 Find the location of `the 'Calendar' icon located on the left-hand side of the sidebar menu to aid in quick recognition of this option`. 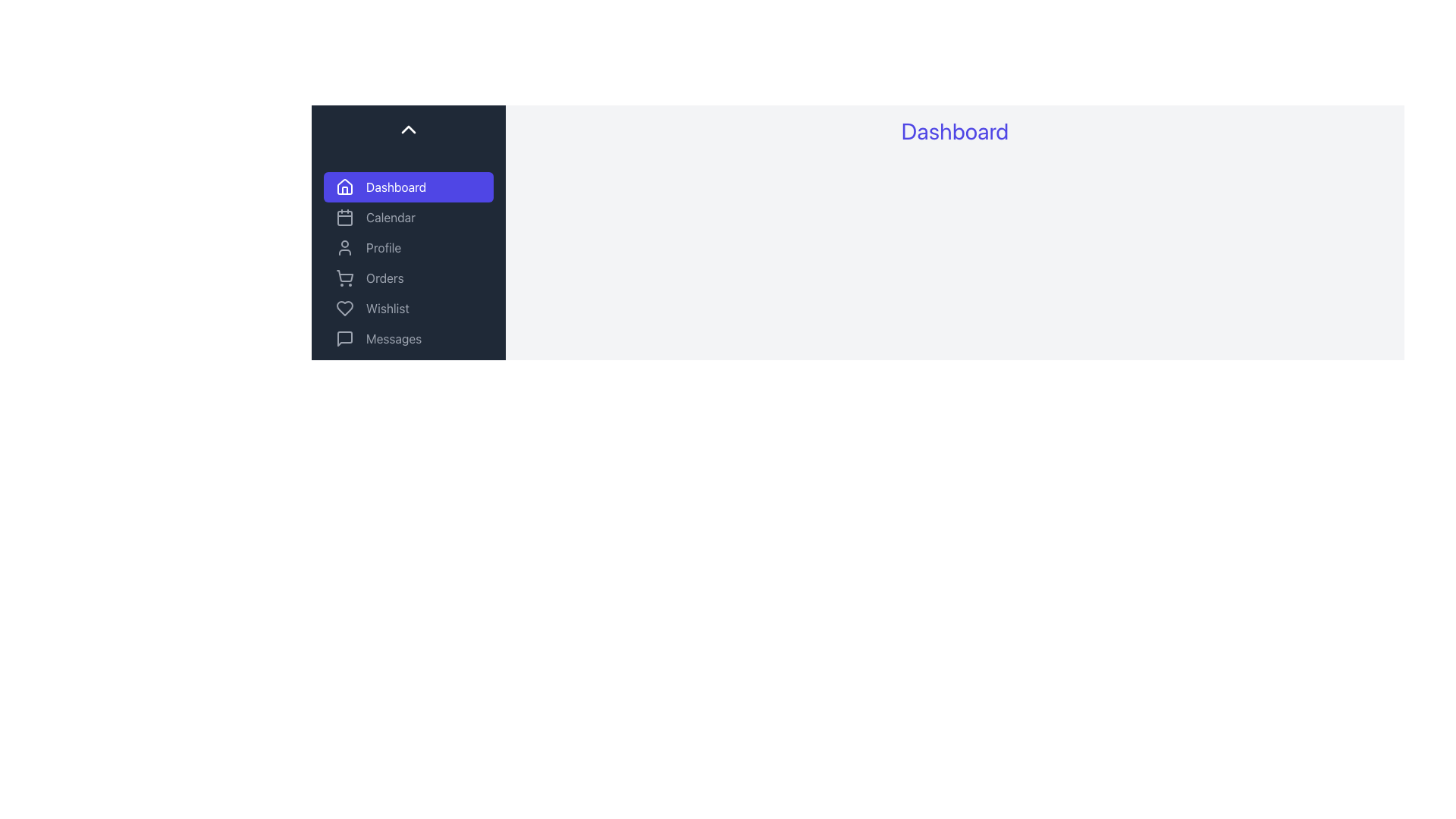

the 'Calendar' icon located on the left-hand side of the sidebar menu to aid in quick recognition of this option is located at coordinates (344, 218).